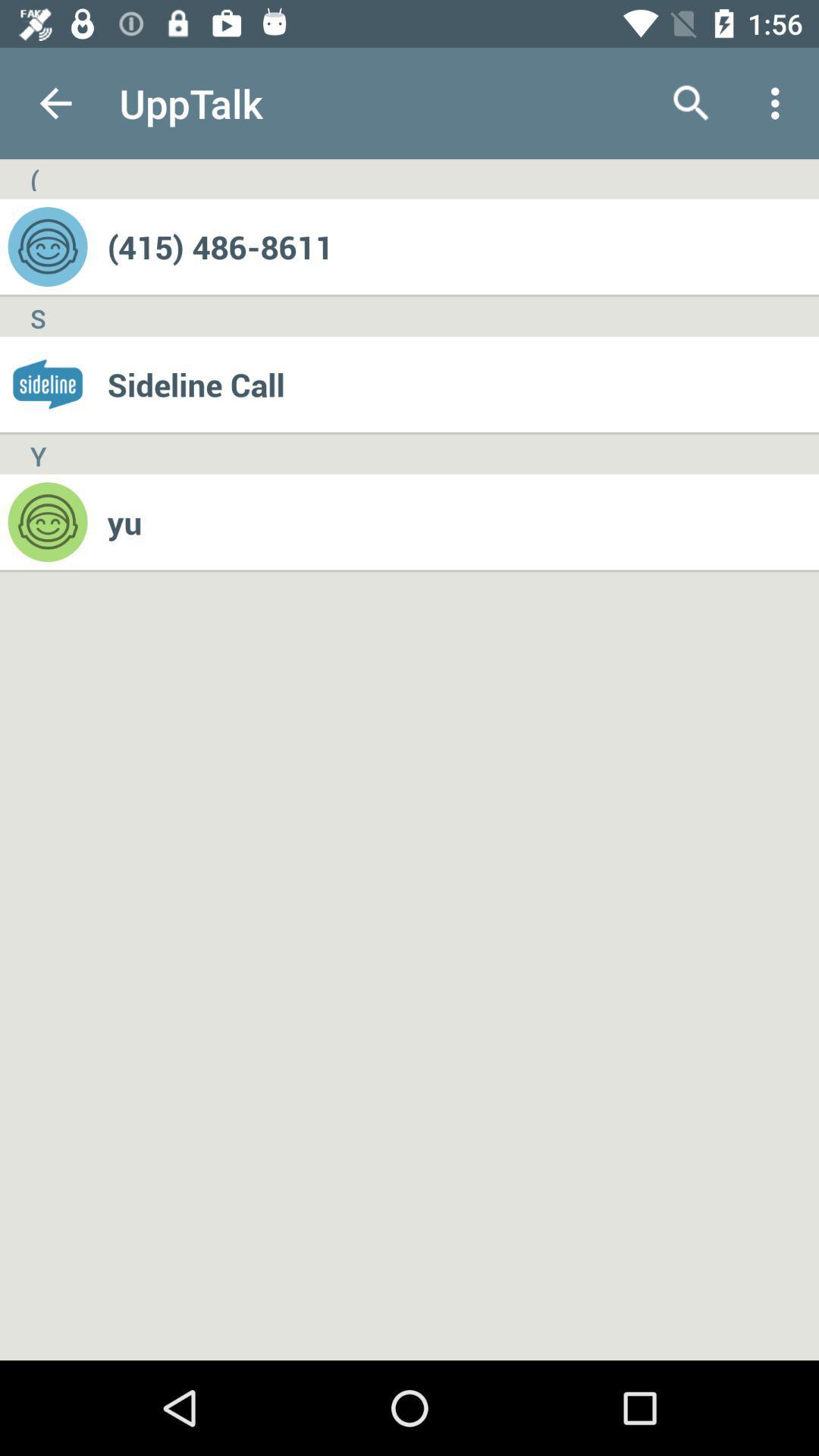 The width and height of the screenshot is (819, 1456). Describe the element at coordinates (37, 315) in the screenshot. I see `s` at that location.